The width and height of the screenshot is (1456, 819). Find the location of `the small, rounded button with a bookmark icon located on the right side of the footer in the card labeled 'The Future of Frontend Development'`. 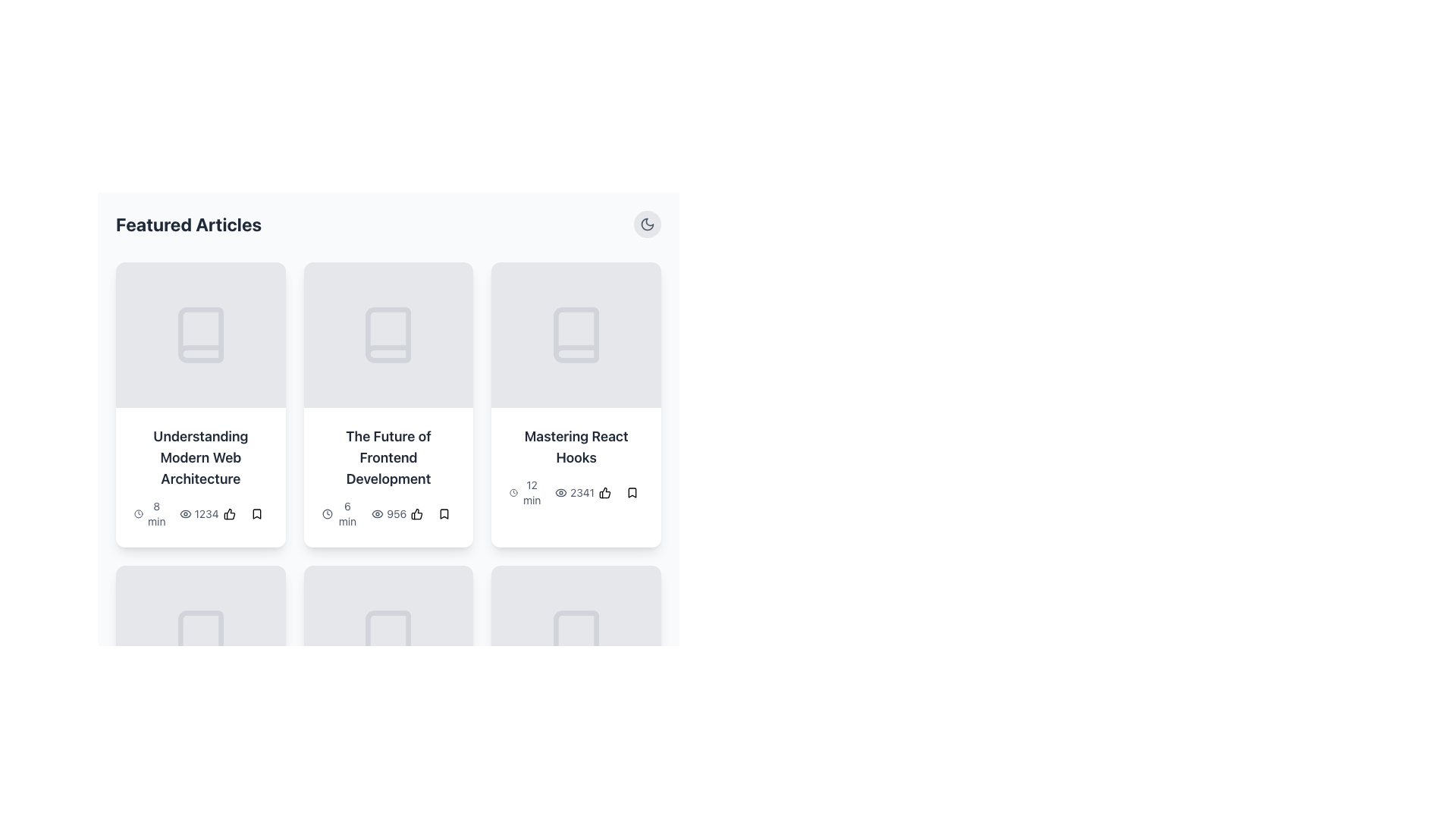

the small, rounded button with a bookmark icon located on the right side of the footer in the card labeled 'The Future of Frontend Development' is located at coordinates (443, 513).